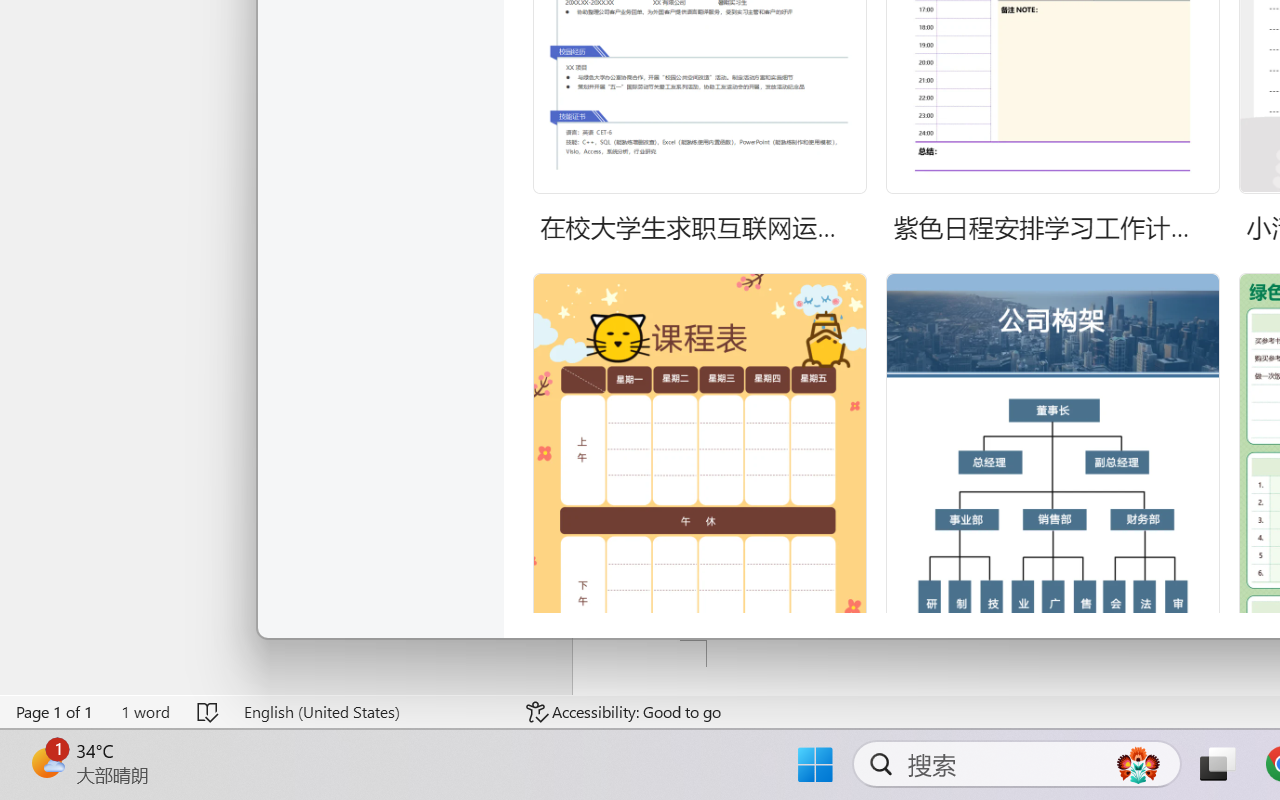 The height and width of the screenshot is (800, 1280). I want to click on 'Accessibility Checker Accessibility: Good to go', so click(623, 711).